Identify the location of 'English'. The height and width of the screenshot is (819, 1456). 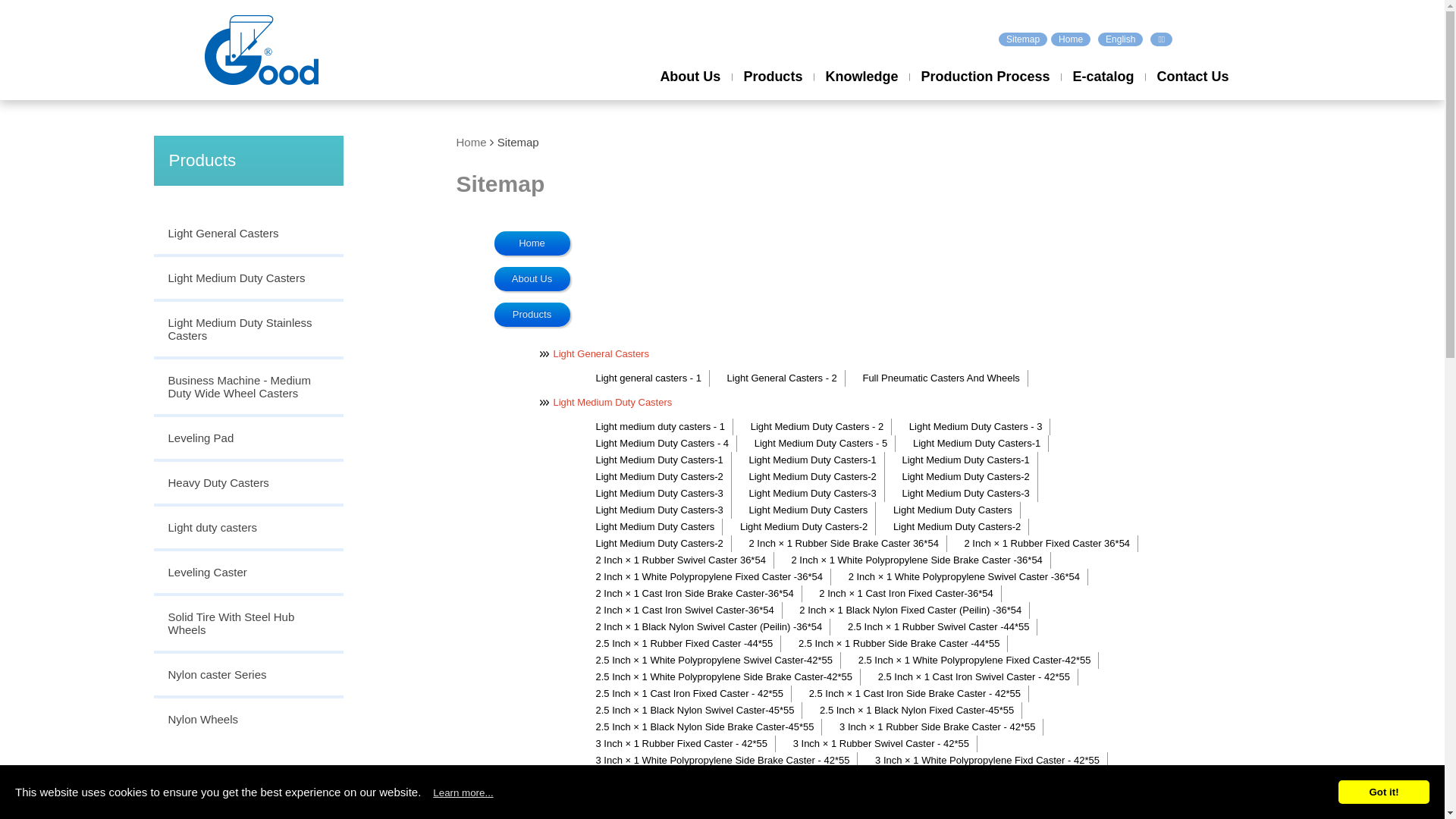
(1120, 38).